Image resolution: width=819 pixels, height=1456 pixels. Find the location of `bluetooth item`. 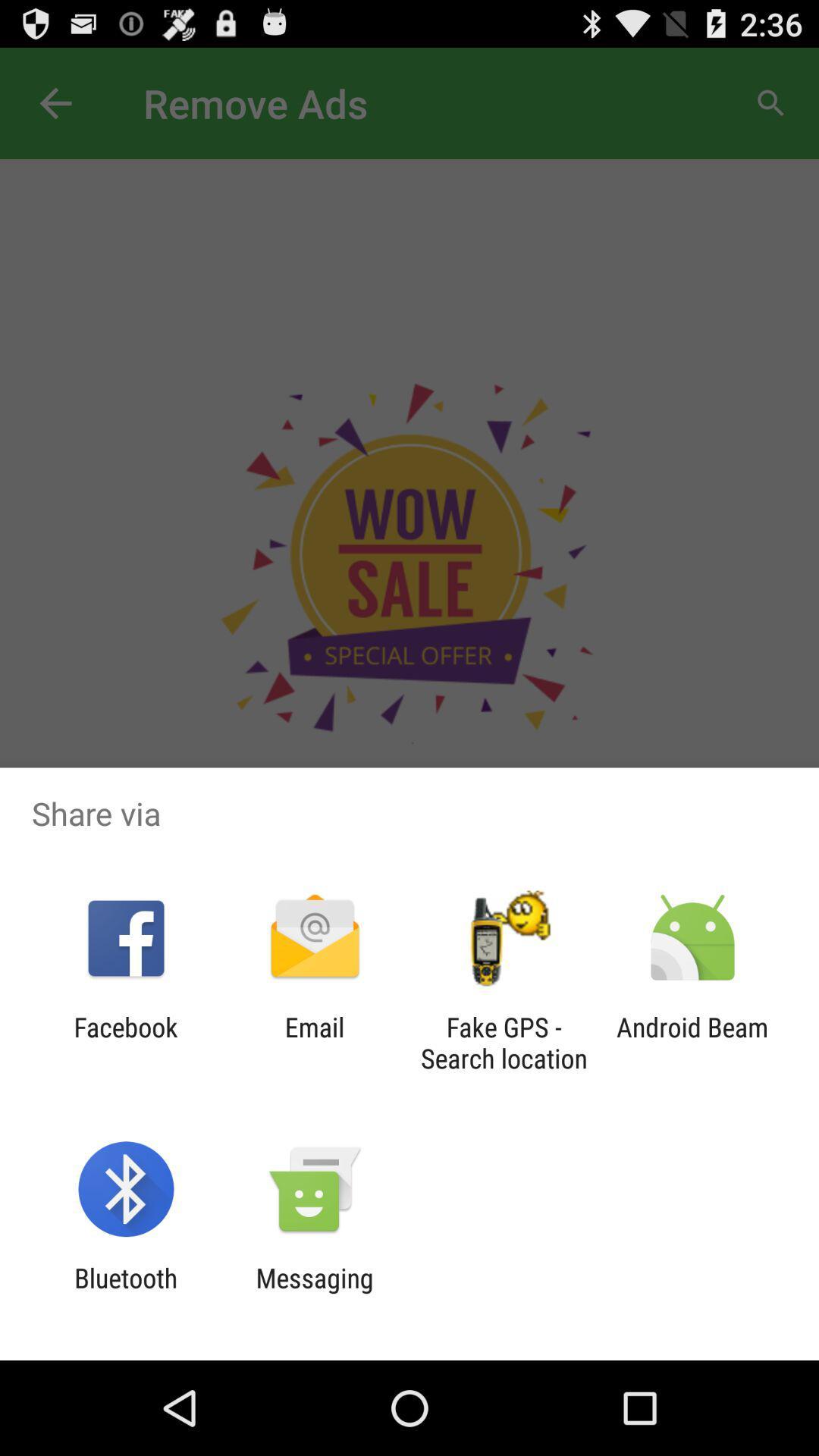

bluetooth item is located at coordinates (125, 1293).